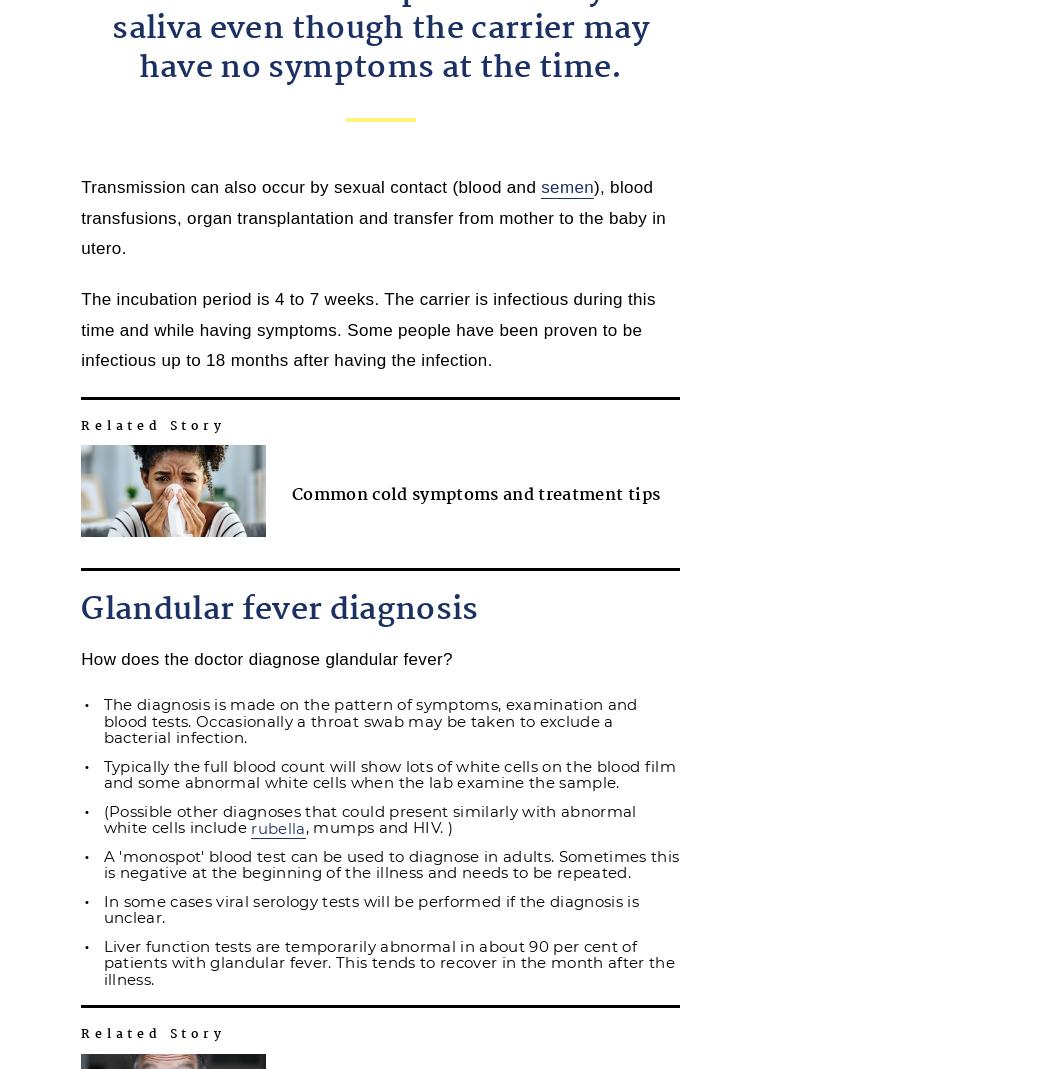  I want to click on 'Glandular fever diagnosis', so click(278, 609).